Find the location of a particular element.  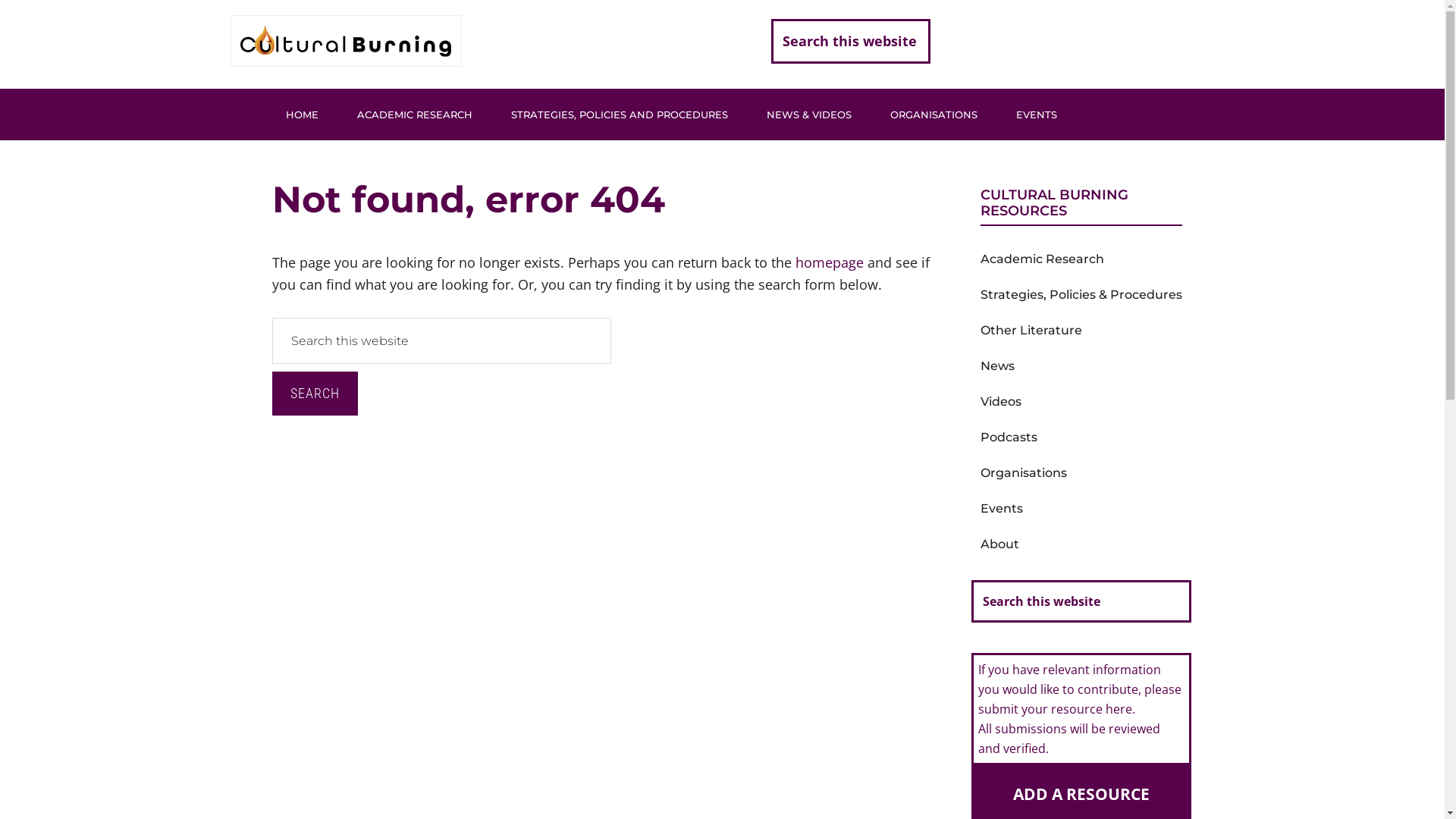

'ORGANISATIONS' is located at coordinates (933, 109).